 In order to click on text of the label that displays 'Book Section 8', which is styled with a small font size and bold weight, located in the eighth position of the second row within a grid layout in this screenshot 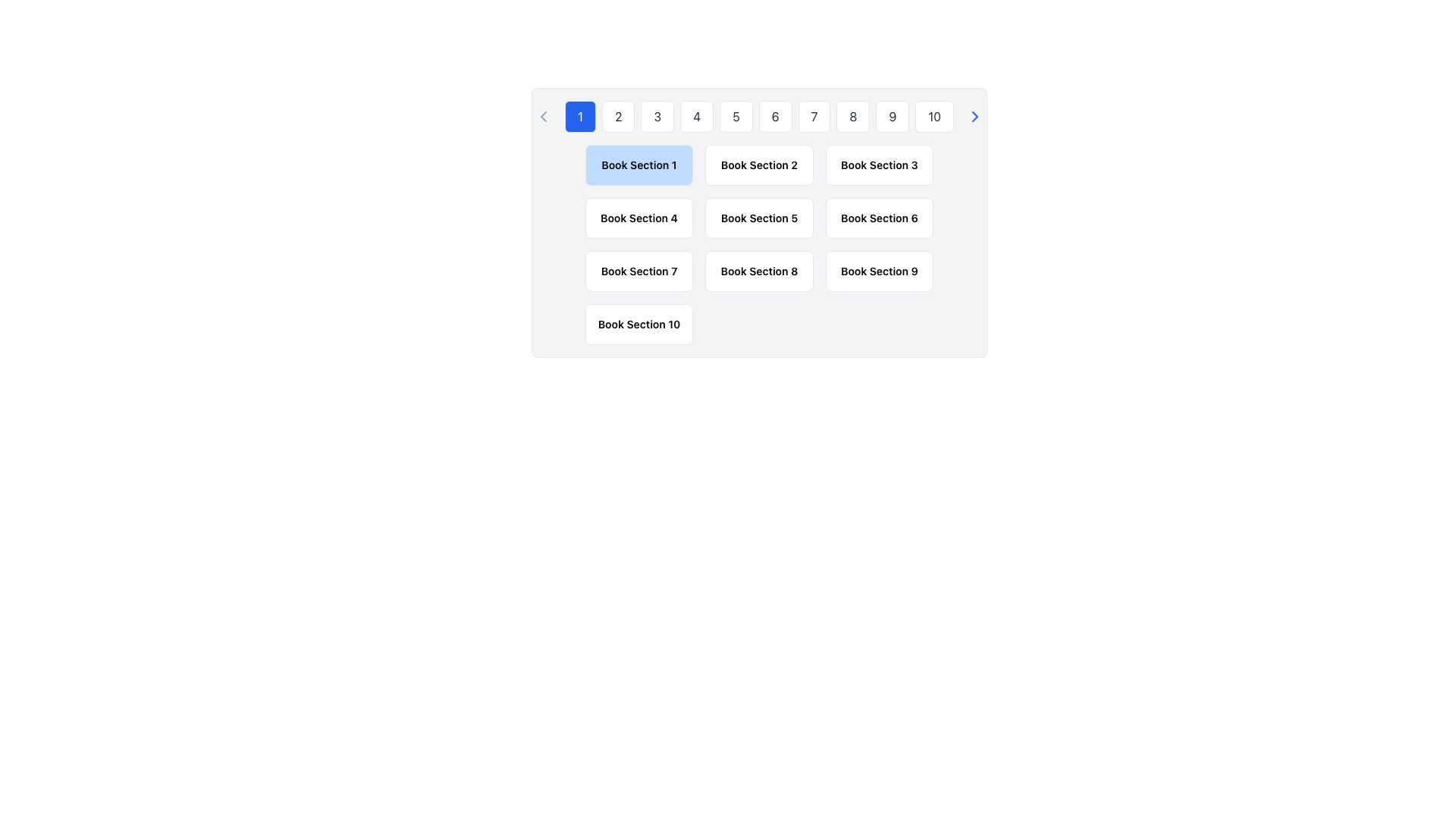, I will do `click(759, 271)`.